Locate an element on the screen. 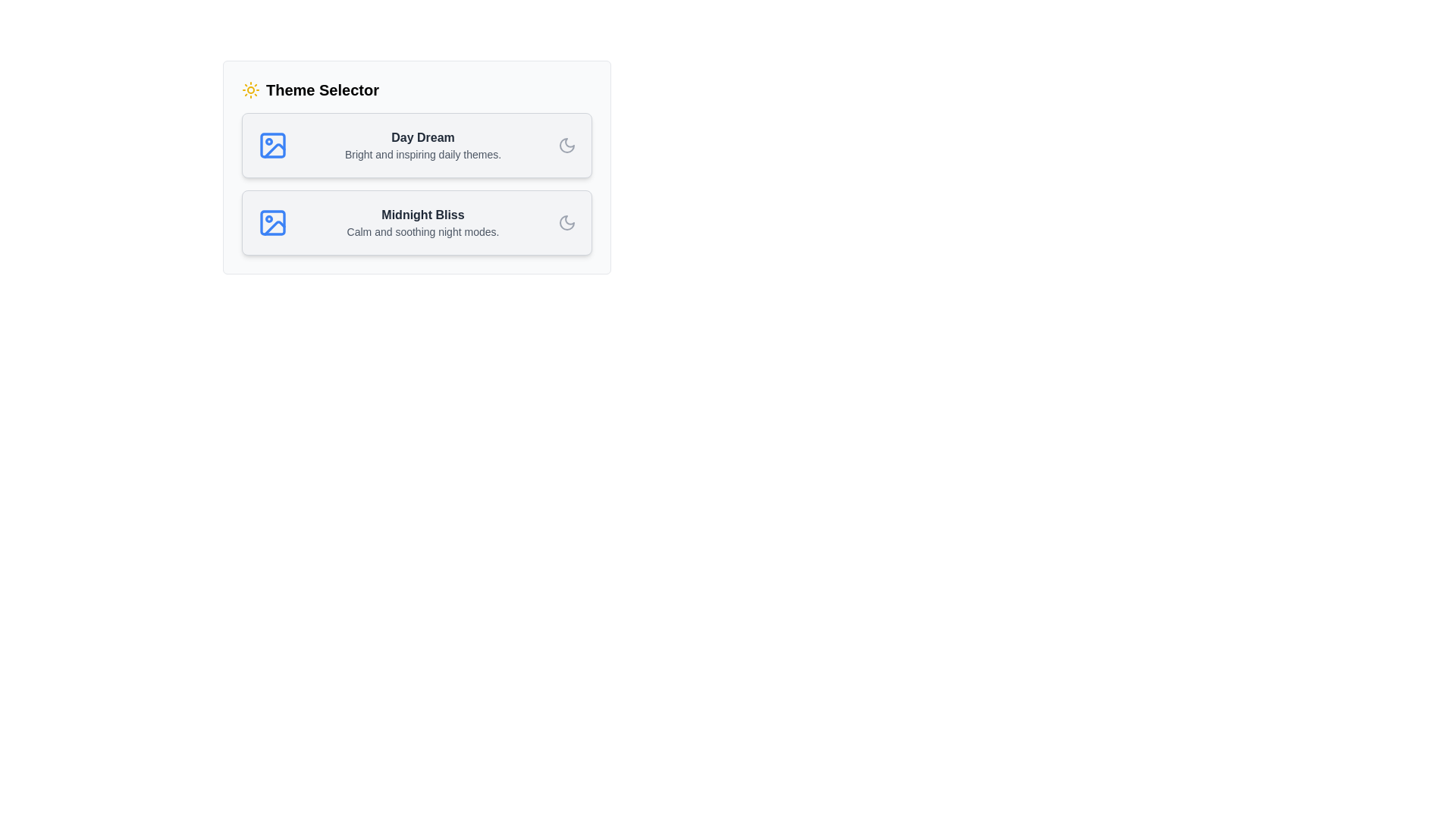 The height and width of the screenshot is (819, 1456). the text element Day Dream to inspect its content closely is located at coordinates (422, 137).